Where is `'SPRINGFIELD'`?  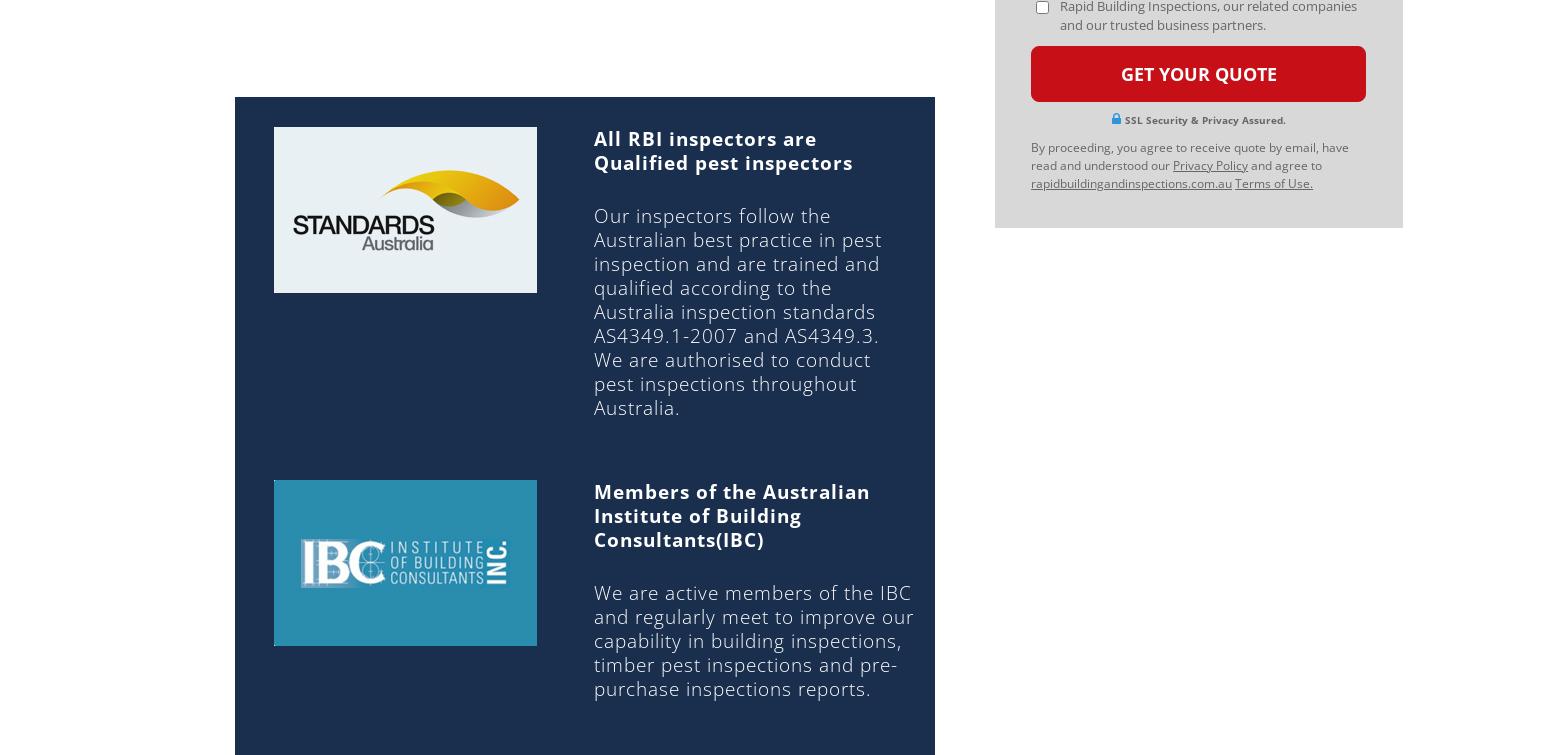
'SPRINGFIELD' is located at coordinates (836, 484).